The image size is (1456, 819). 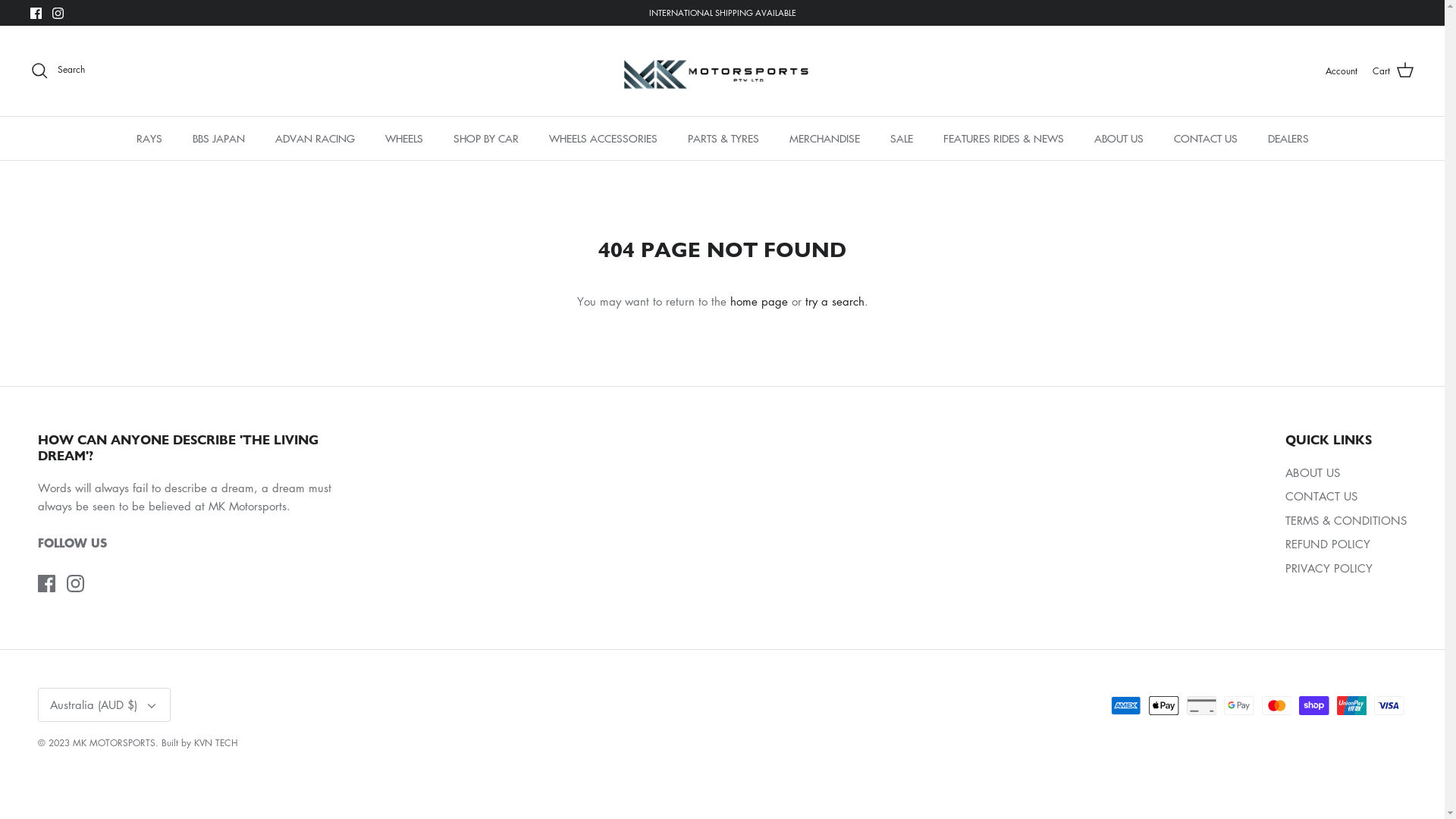 I want to click on 'RAYS', so click(x=149, y=138).